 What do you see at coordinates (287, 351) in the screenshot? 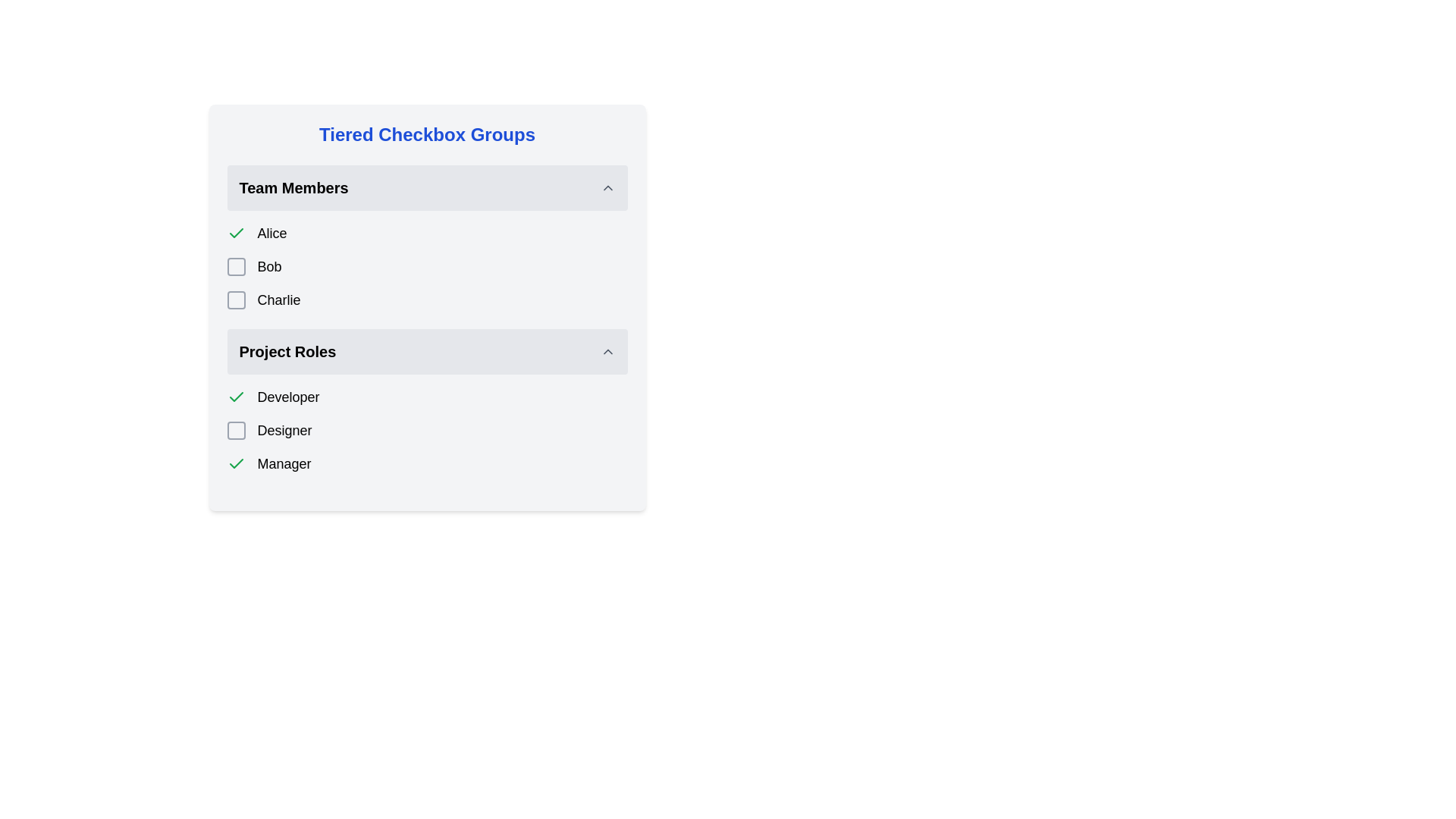
I see `the static text label that reads 'Project Roles', which is prominently displayed in a bold, large font against a light gray background, positioned centrally within its section` at bounding box center [287, 351].